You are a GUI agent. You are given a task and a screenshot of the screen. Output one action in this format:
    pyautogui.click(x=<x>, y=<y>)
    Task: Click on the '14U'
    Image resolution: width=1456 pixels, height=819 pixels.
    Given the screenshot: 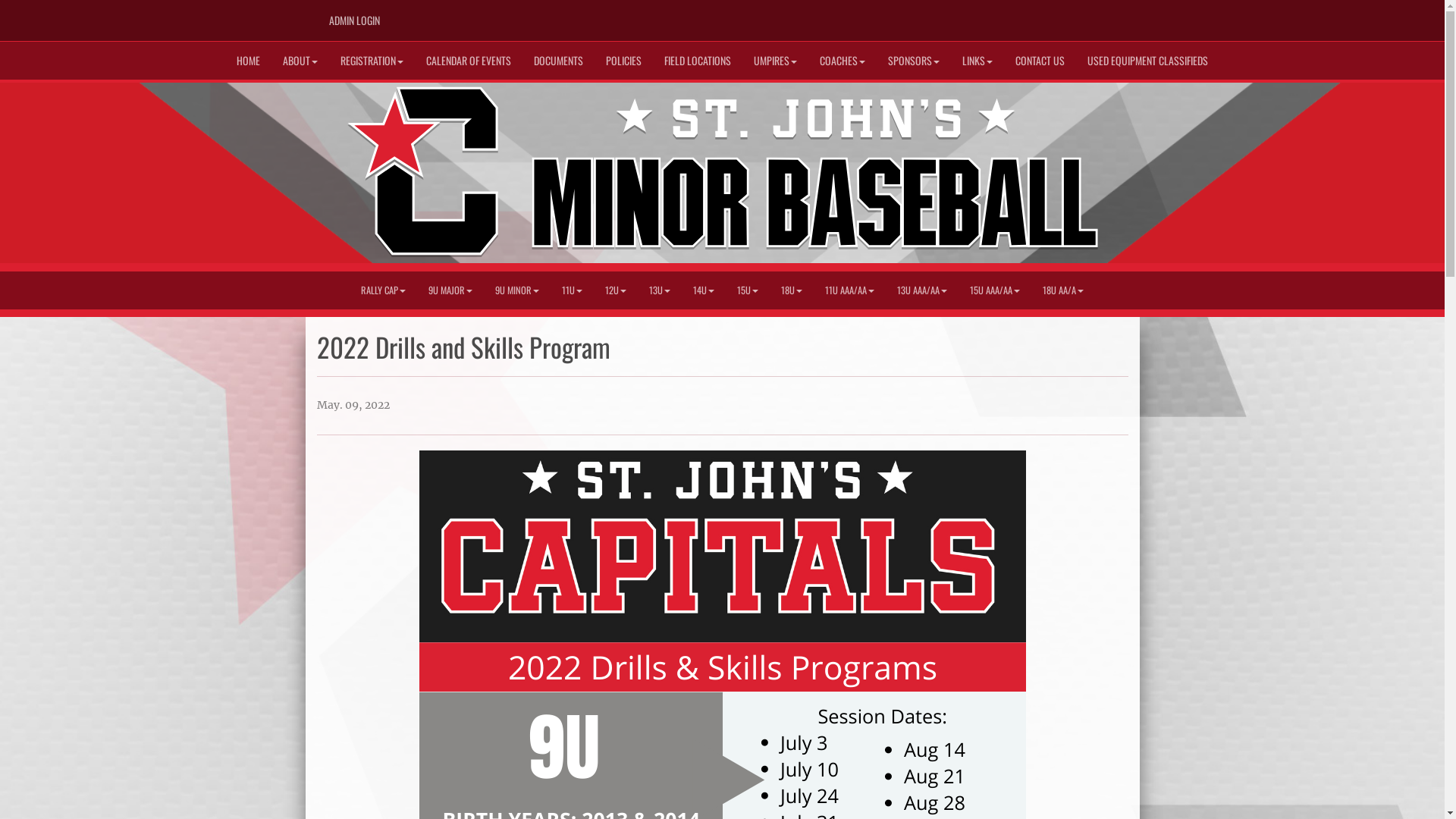 What is the action you would take?
    pyautogui.click(x=702, y=290)
    